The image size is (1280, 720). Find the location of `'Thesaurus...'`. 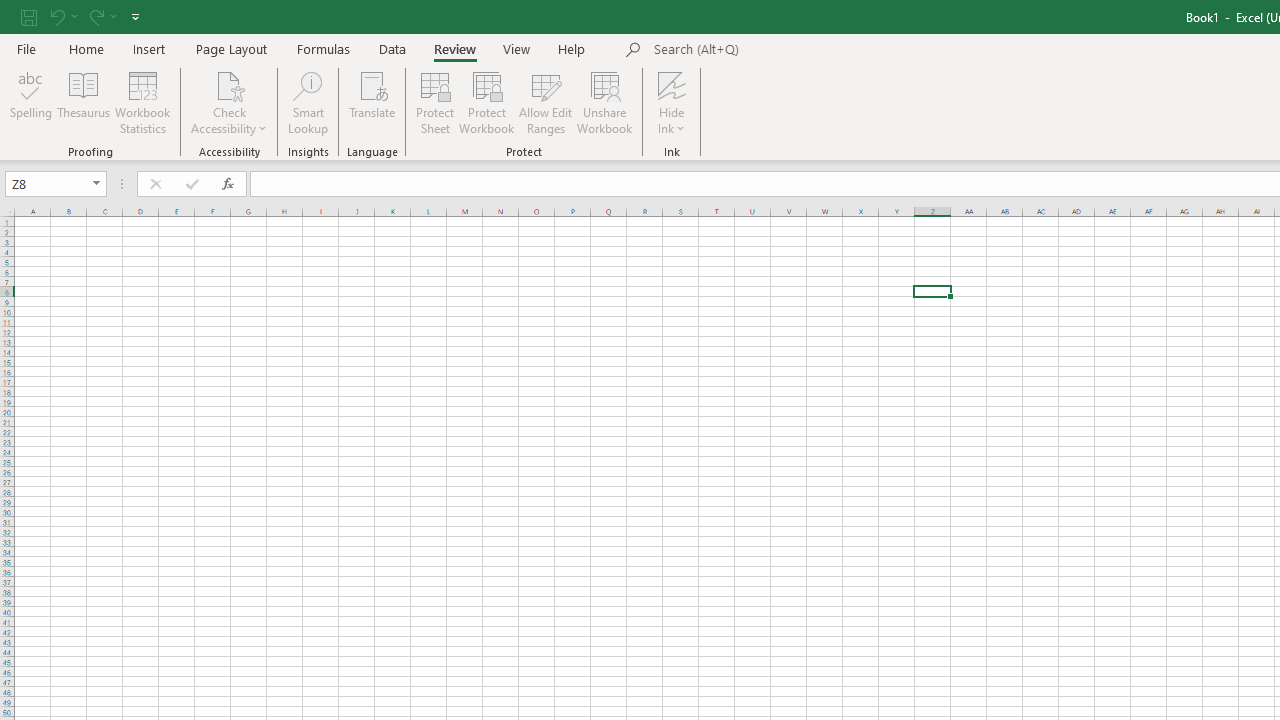

'Thesaurus...' is located at coordinates (82, 103).